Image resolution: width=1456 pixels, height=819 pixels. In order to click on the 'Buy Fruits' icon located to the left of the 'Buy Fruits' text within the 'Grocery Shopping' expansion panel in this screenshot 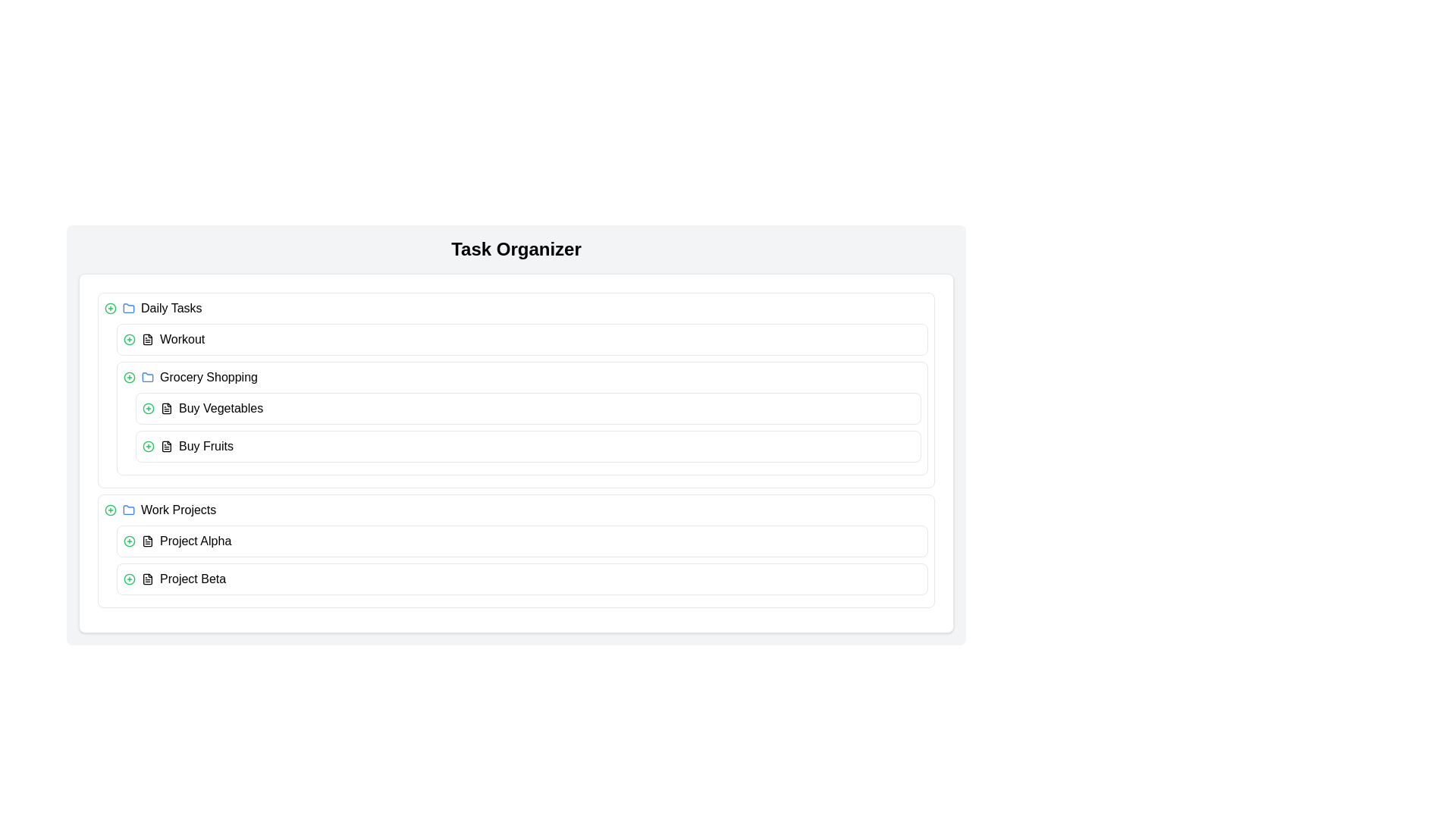, I will do `click(167, 446)`.